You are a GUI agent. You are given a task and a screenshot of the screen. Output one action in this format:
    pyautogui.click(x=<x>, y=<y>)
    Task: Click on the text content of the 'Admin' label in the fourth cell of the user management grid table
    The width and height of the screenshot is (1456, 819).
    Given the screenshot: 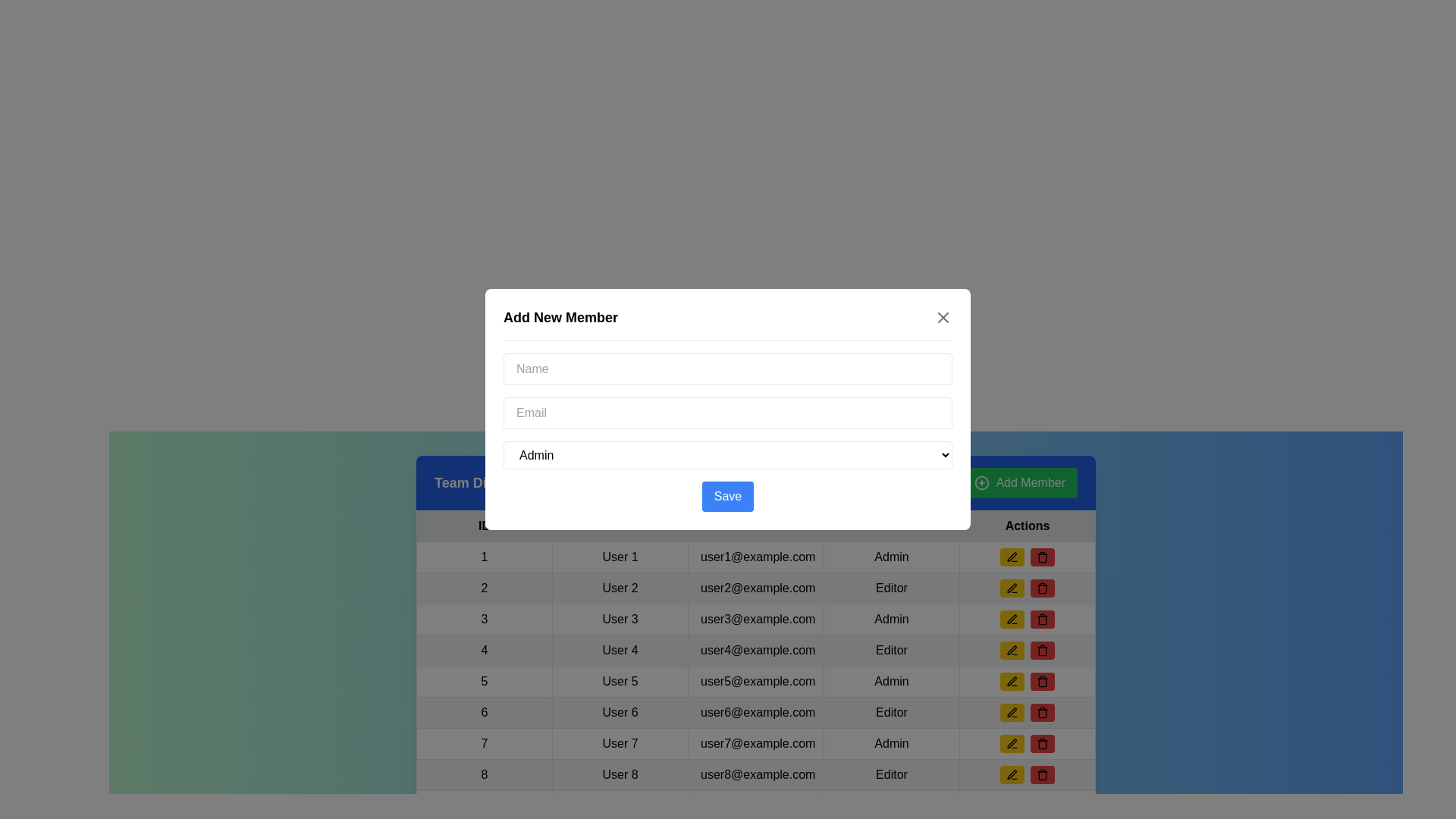 What is the action you would take?
    pyautogui.click(x=892, y=680)
    